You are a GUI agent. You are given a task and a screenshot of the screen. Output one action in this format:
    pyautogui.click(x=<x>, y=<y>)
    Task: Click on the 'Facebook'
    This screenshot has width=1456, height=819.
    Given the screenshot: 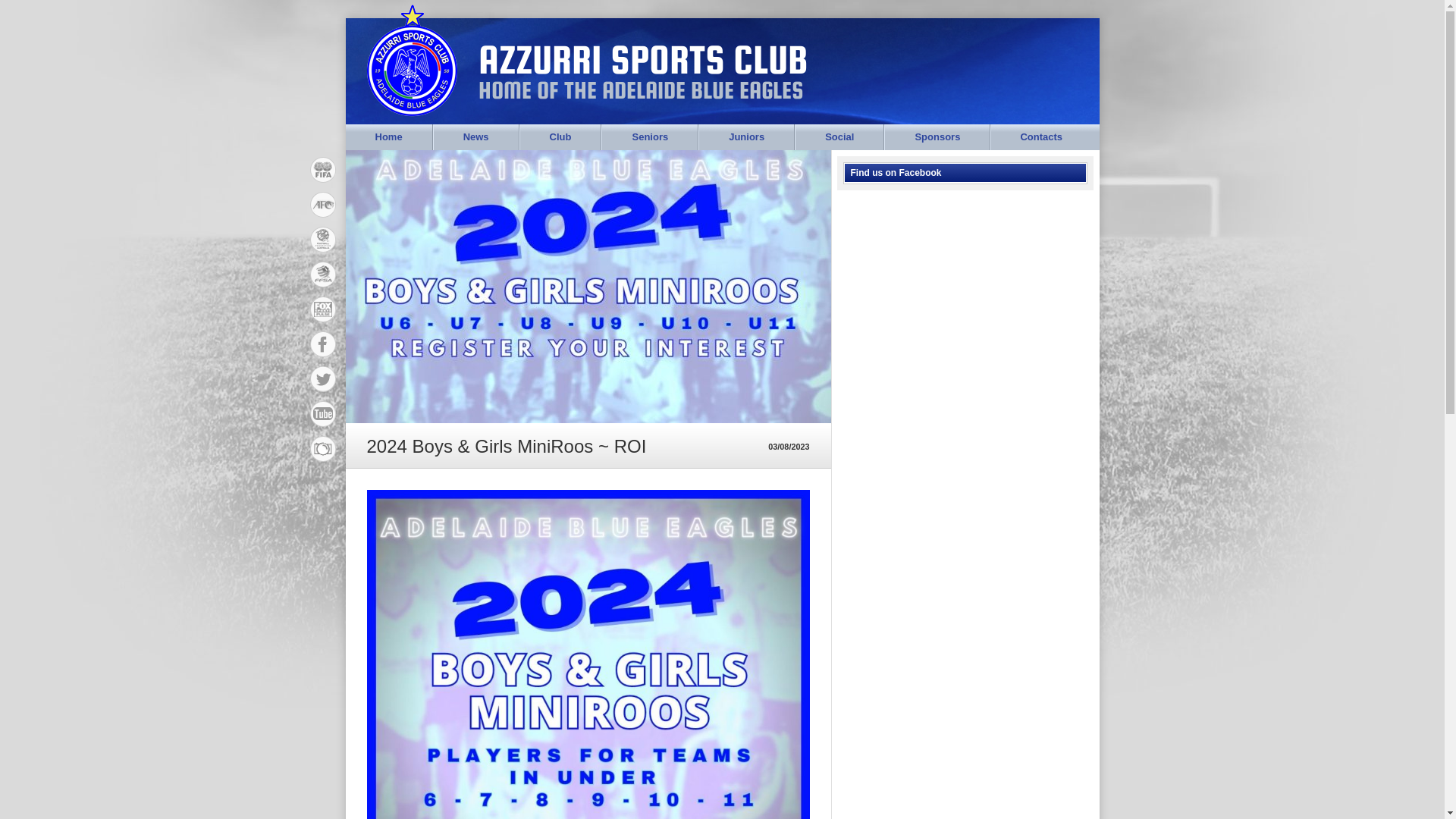 What is the action you would take?
    pyautogui.click(x=322, y=169)
    